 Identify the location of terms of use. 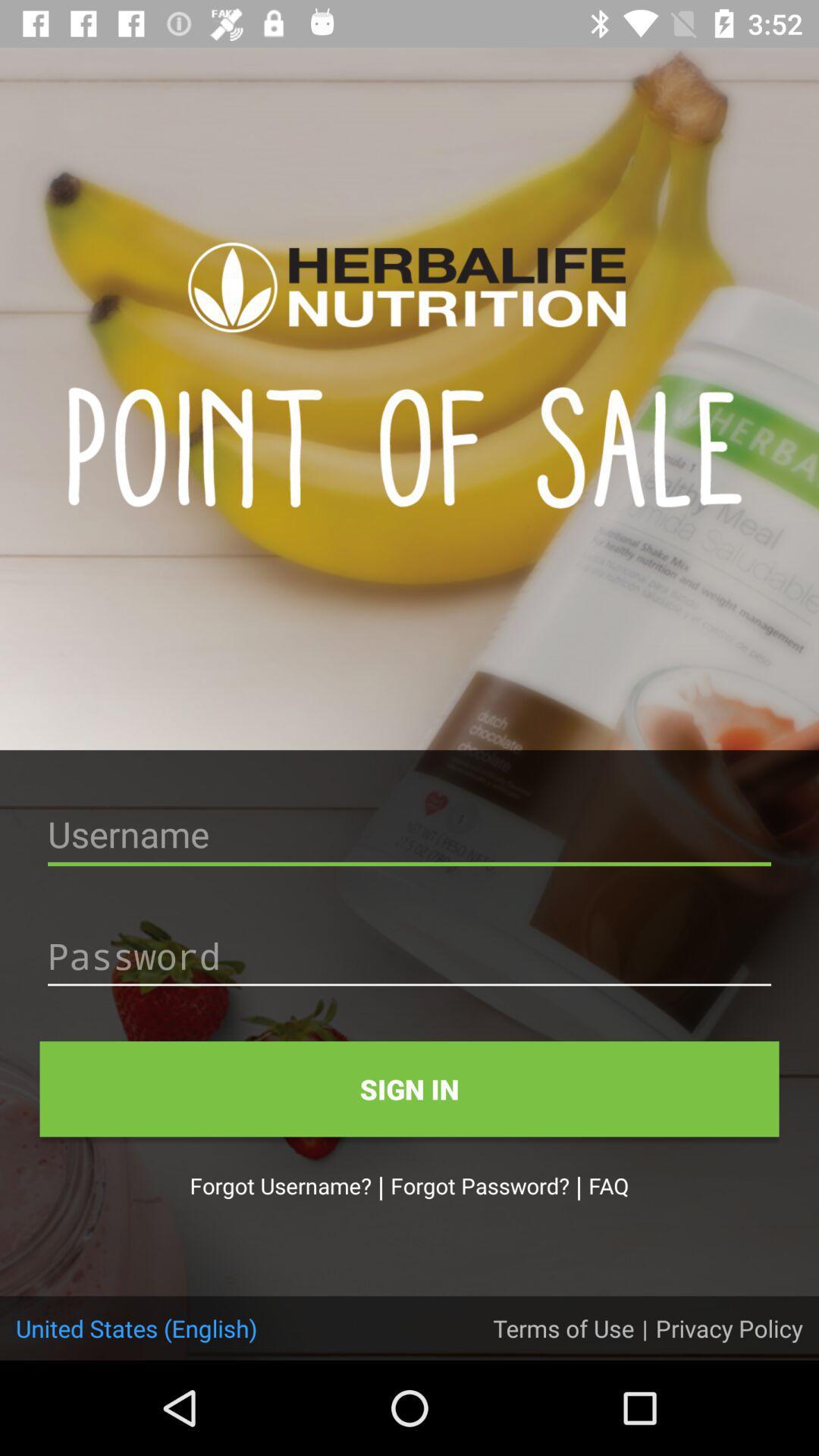
(563, 1327).